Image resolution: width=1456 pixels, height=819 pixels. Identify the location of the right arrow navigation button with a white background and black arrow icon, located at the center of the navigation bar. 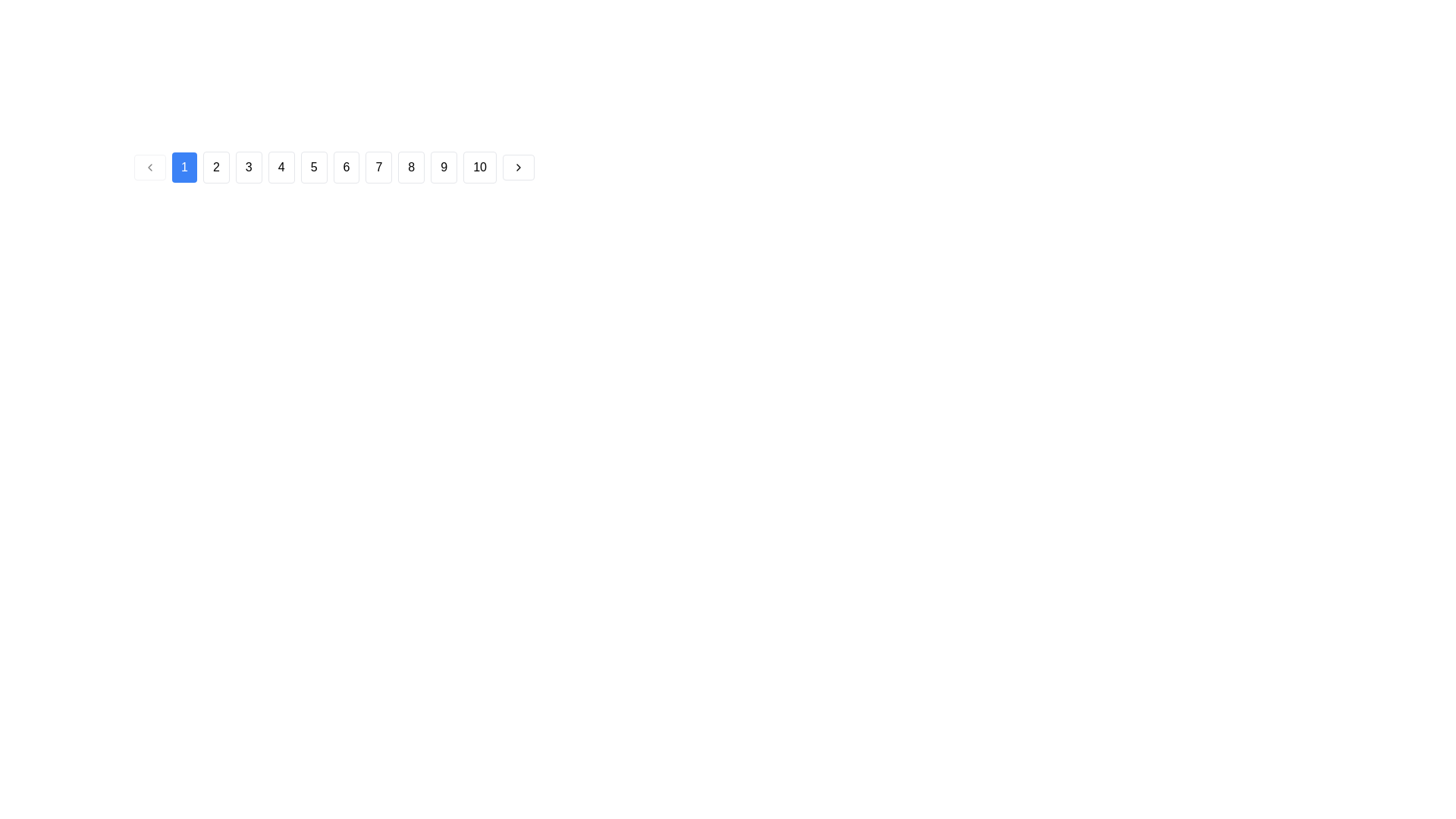
(518, 167).